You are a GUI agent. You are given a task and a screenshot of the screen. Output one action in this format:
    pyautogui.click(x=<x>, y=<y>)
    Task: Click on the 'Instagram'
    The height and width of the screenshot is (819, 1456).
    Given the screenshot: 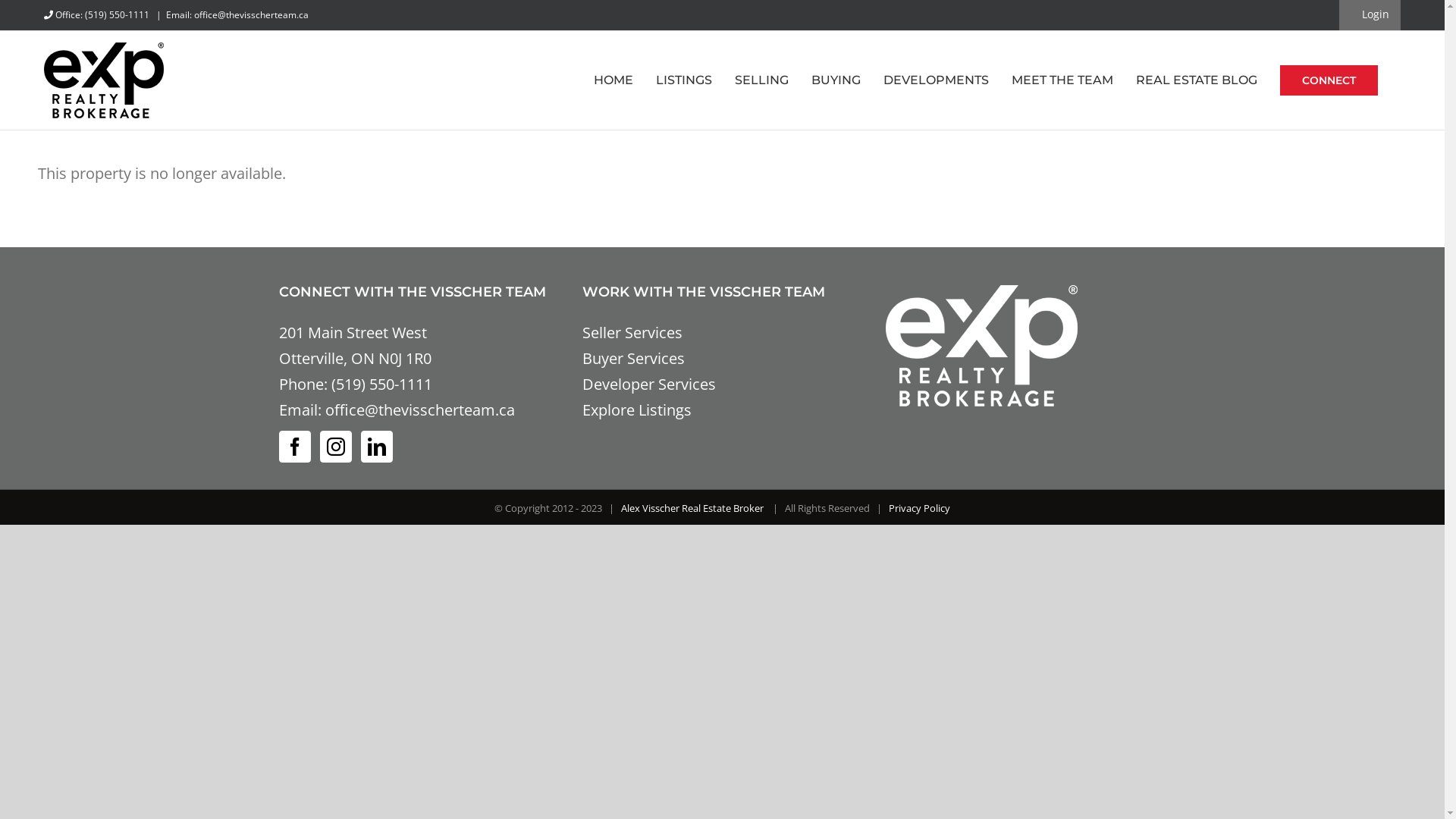 What is the action you would take?
    pyautogui.click(x=334, y=446)
    